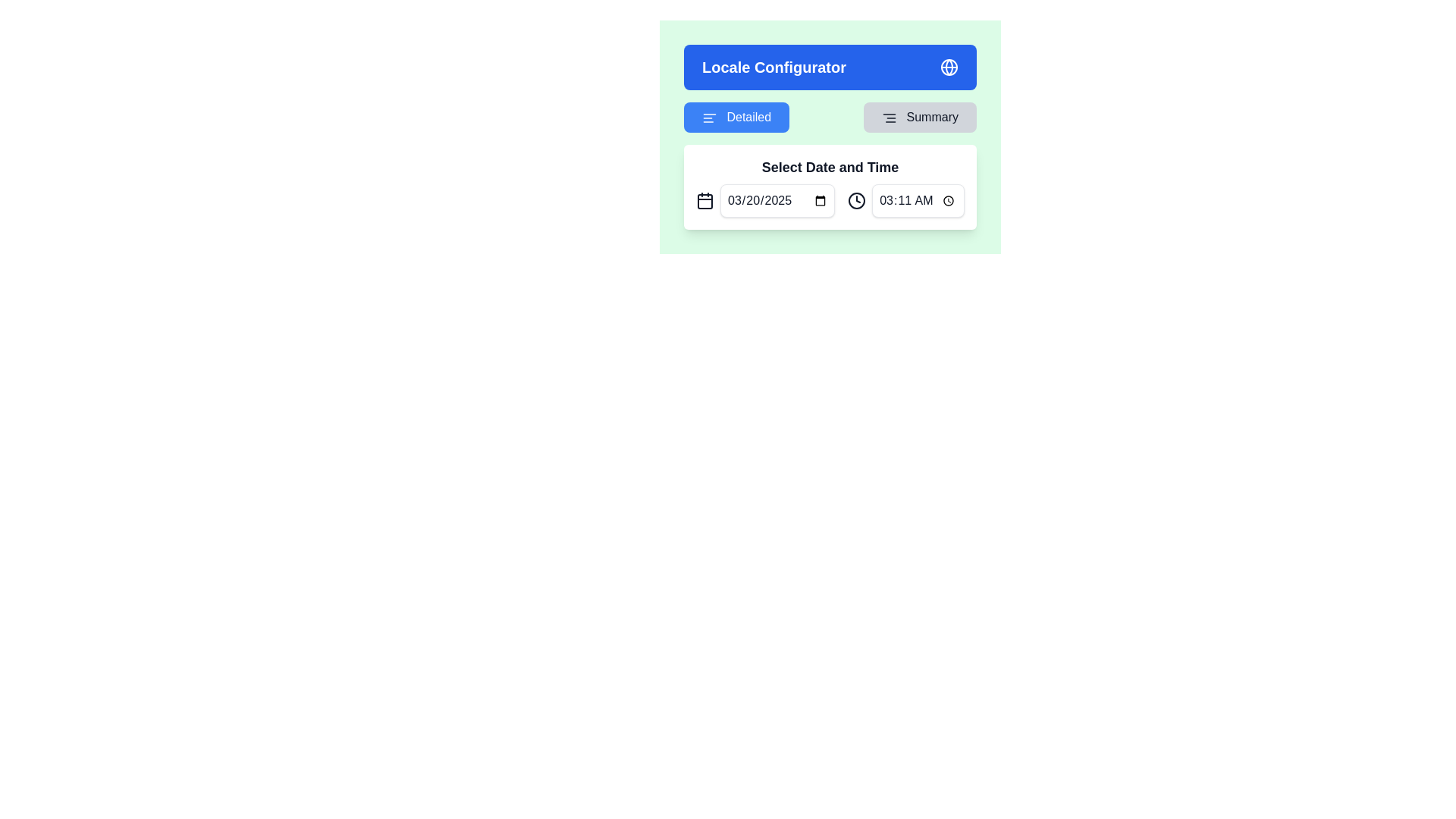  What do you see at coordinates (774, 66) in the screenshot?
I see `text displayed in bold, extra-large font in white color against a bright blue background, located near the top center of the interface` at bounding box center [774, 66].